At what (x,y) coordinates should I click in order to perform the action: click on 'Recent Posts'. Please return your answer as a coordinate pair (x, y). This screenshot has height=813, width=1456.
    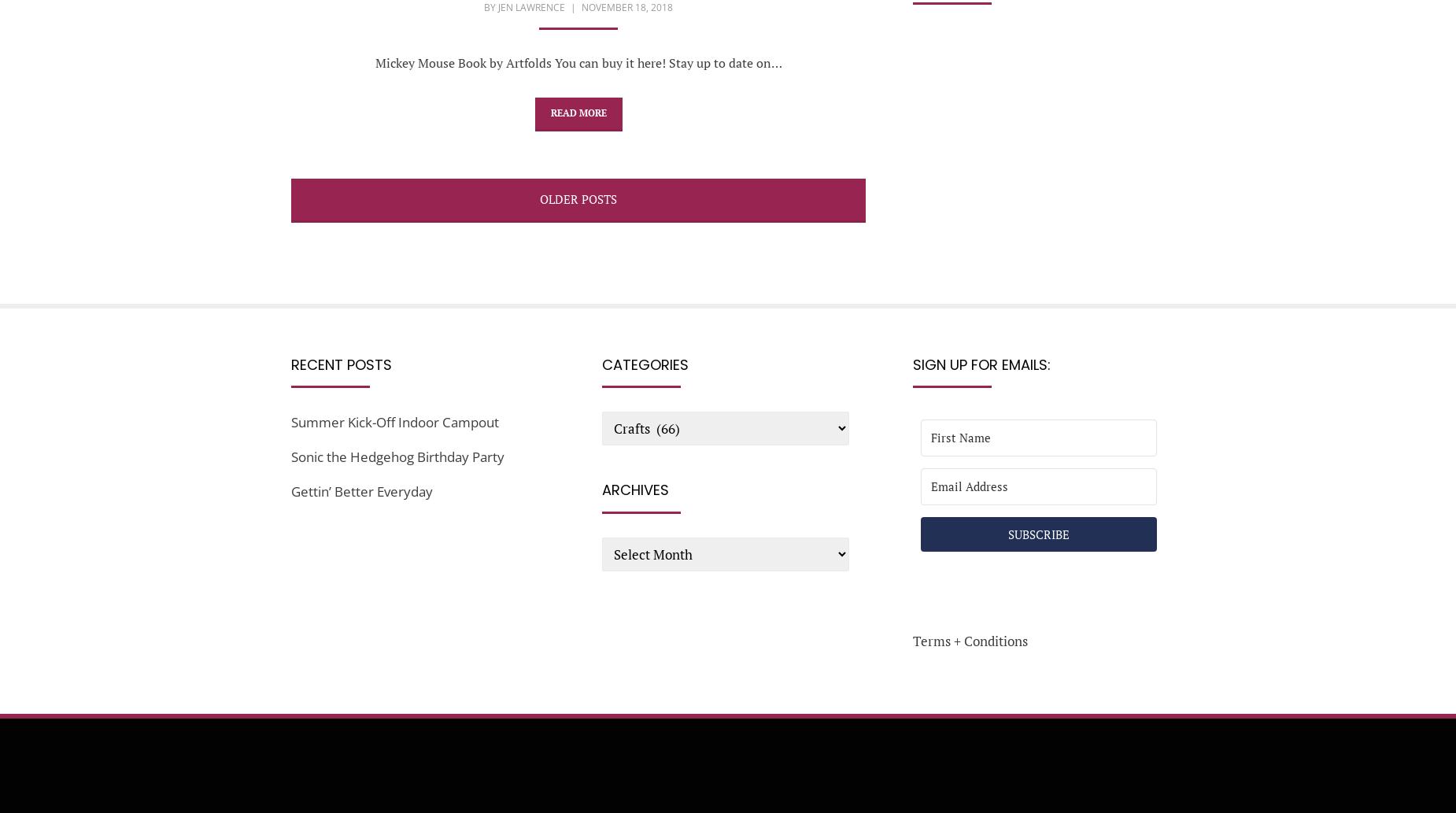
    Looking at the image, I should click on (341, 364).